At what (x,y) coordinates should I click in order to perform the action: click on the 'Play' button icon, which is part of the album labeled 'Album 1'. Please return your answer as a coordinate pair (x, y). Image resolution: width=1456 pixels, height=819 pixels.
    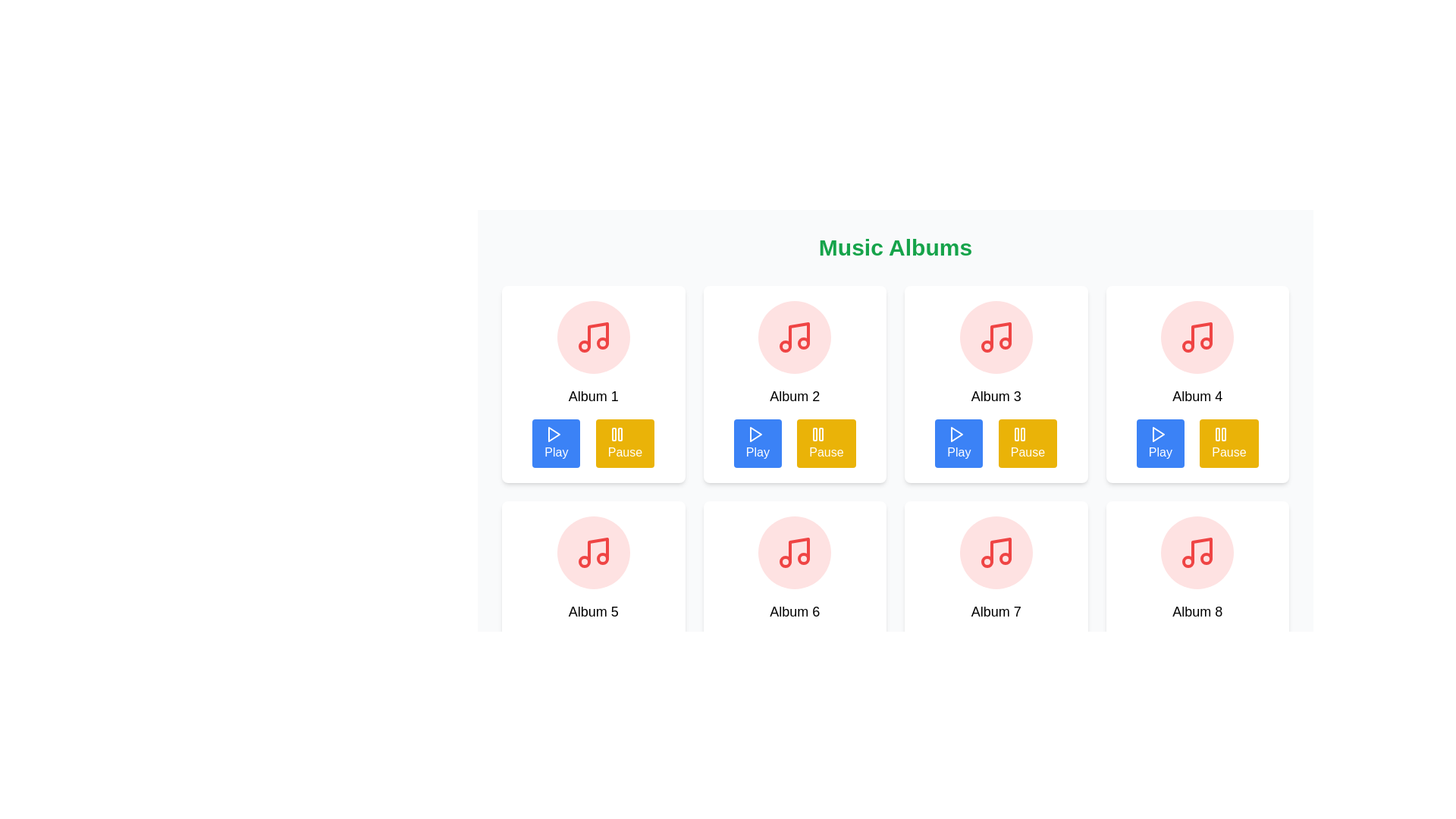
    Looking at the image, I should click on (554, 435).